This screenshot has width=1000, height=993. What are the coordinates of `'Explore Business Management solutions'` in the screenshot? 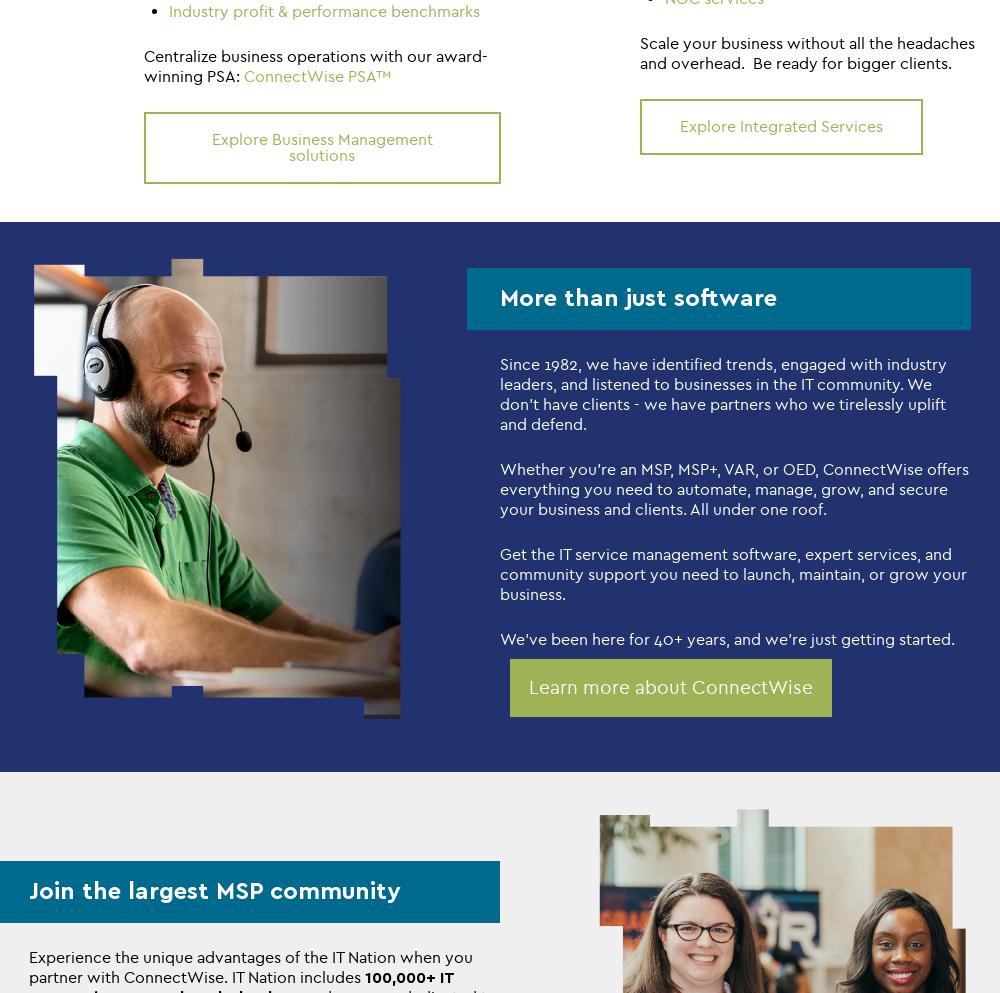 It's located at (320, 146).